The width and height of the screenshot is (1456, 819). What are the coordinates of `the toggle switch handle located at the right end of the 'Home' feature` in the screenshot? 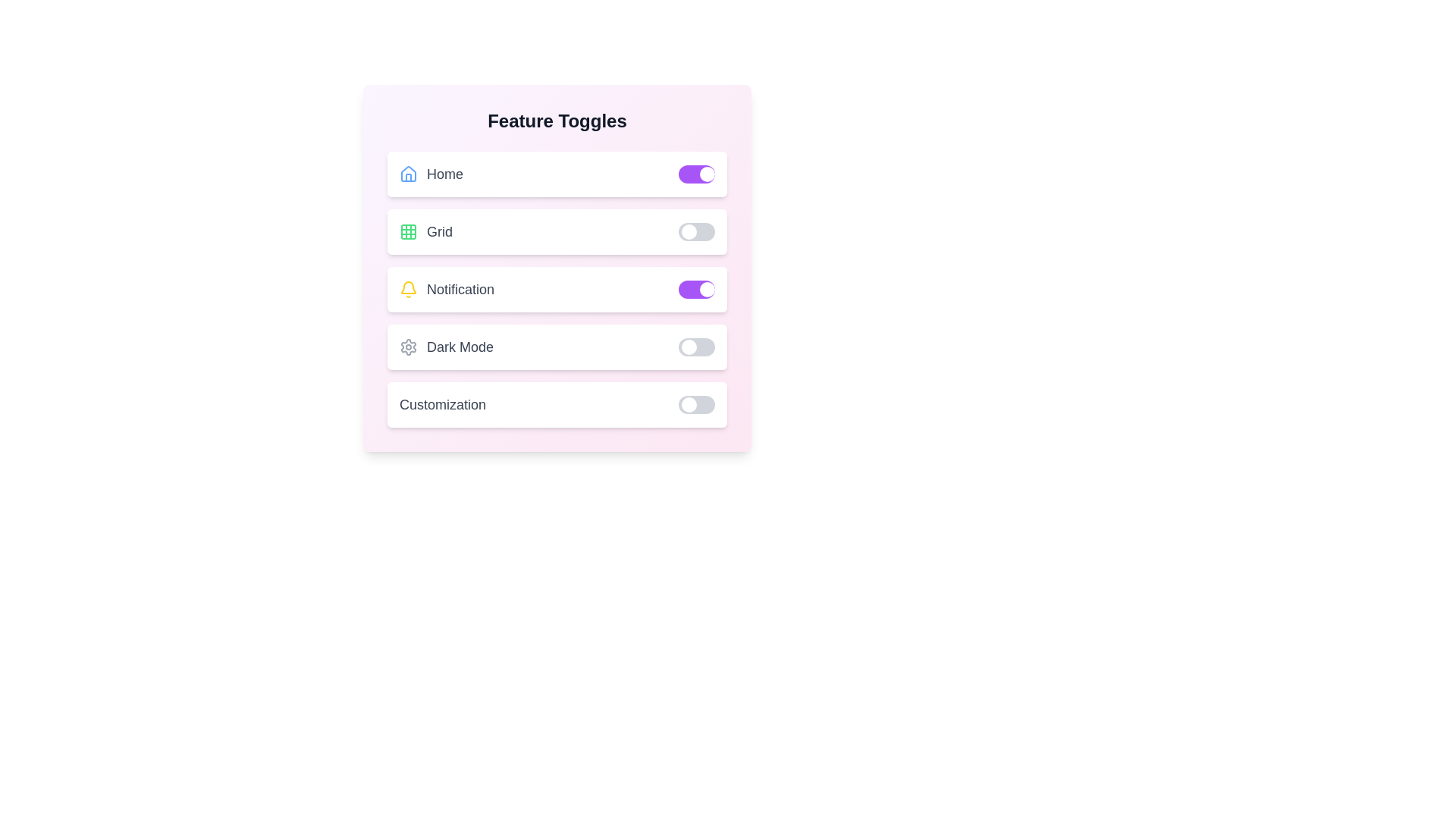 It's located at (706, 174).